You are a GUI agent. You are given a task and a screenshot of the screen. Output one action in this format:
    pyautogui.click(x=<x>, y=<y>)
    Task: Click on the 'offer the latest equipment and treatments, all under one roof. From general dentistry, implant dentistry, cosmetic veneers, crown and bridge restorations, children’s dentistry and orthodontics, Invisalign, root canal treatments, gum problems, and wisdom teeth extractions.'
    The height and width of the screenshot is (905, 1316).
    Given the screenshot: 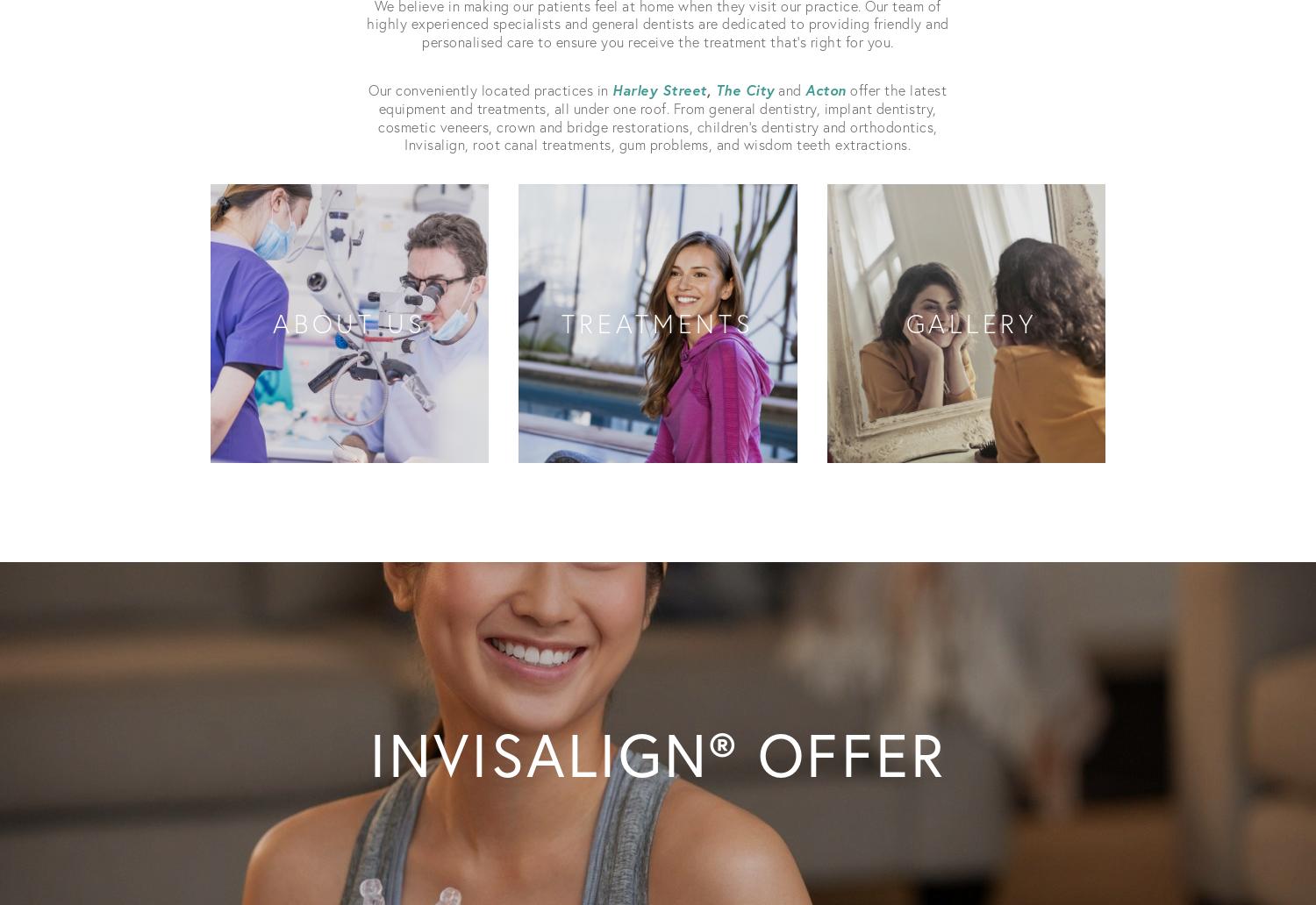 What is the action you would take?
    pyautogui.click(x=664, y=116)
    